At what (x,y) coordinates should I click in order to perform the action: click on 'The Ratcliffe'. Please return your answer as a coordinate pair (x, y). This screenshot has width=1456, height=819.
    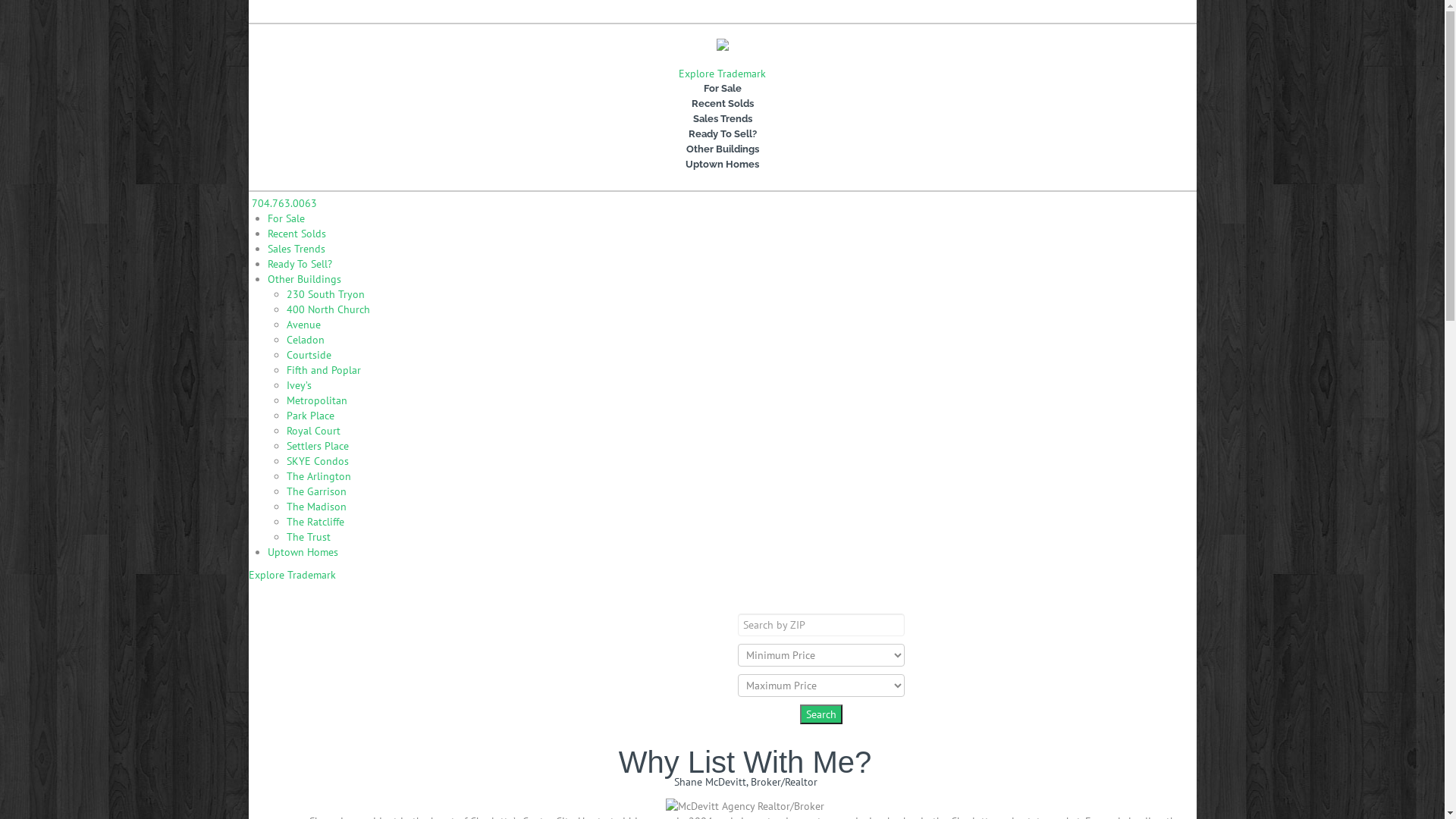
    Looking at the image, I should click on (315, 520).